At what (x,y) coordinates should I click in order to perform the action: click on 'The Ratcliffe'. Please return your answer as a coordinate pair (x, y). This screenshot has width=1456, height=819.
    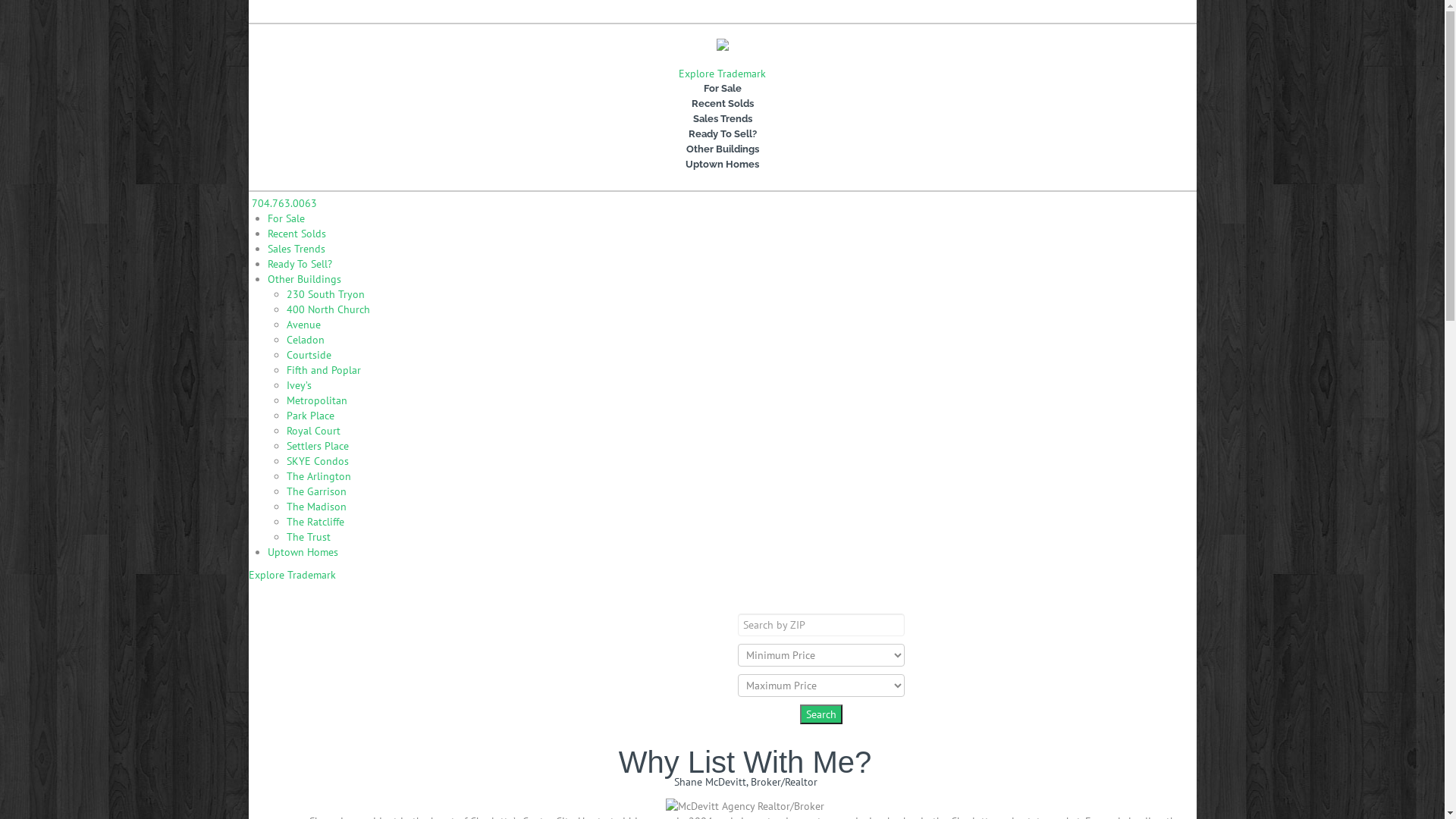
    Looking at the image, I should click on (315, 520).